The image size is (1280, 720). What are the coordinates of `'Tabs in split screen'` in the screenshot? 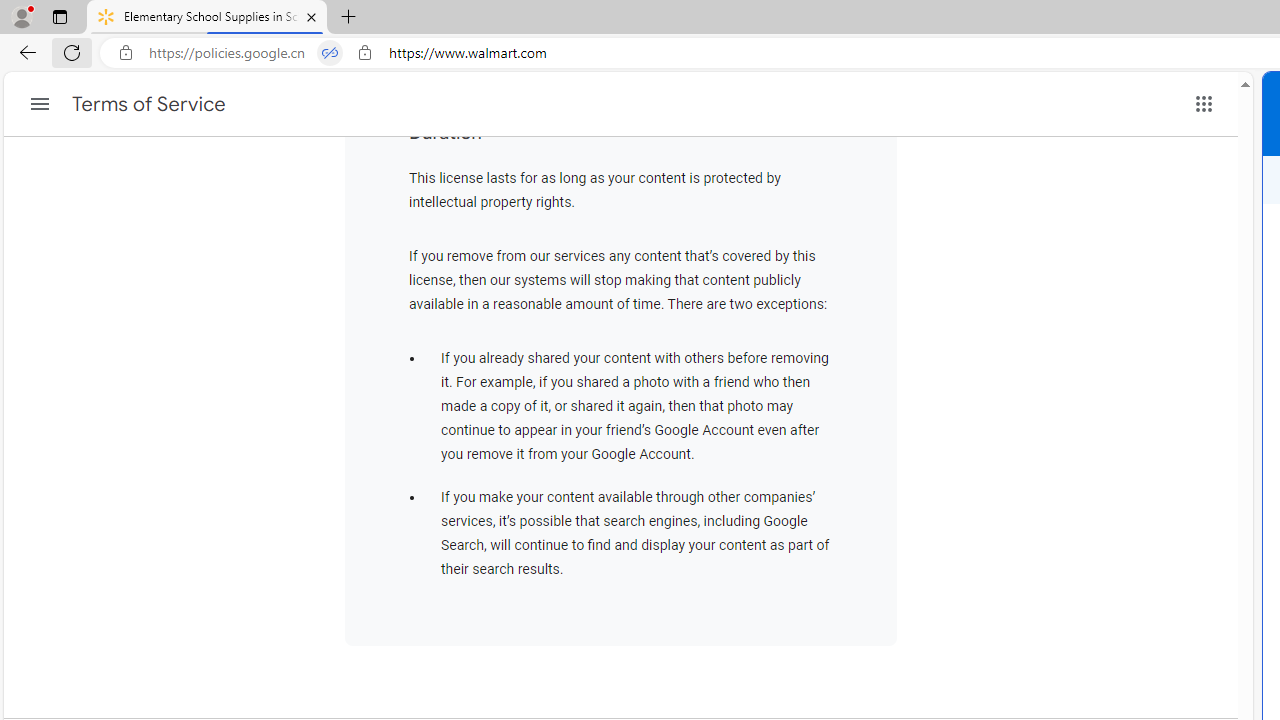 It's located at (330, 52).